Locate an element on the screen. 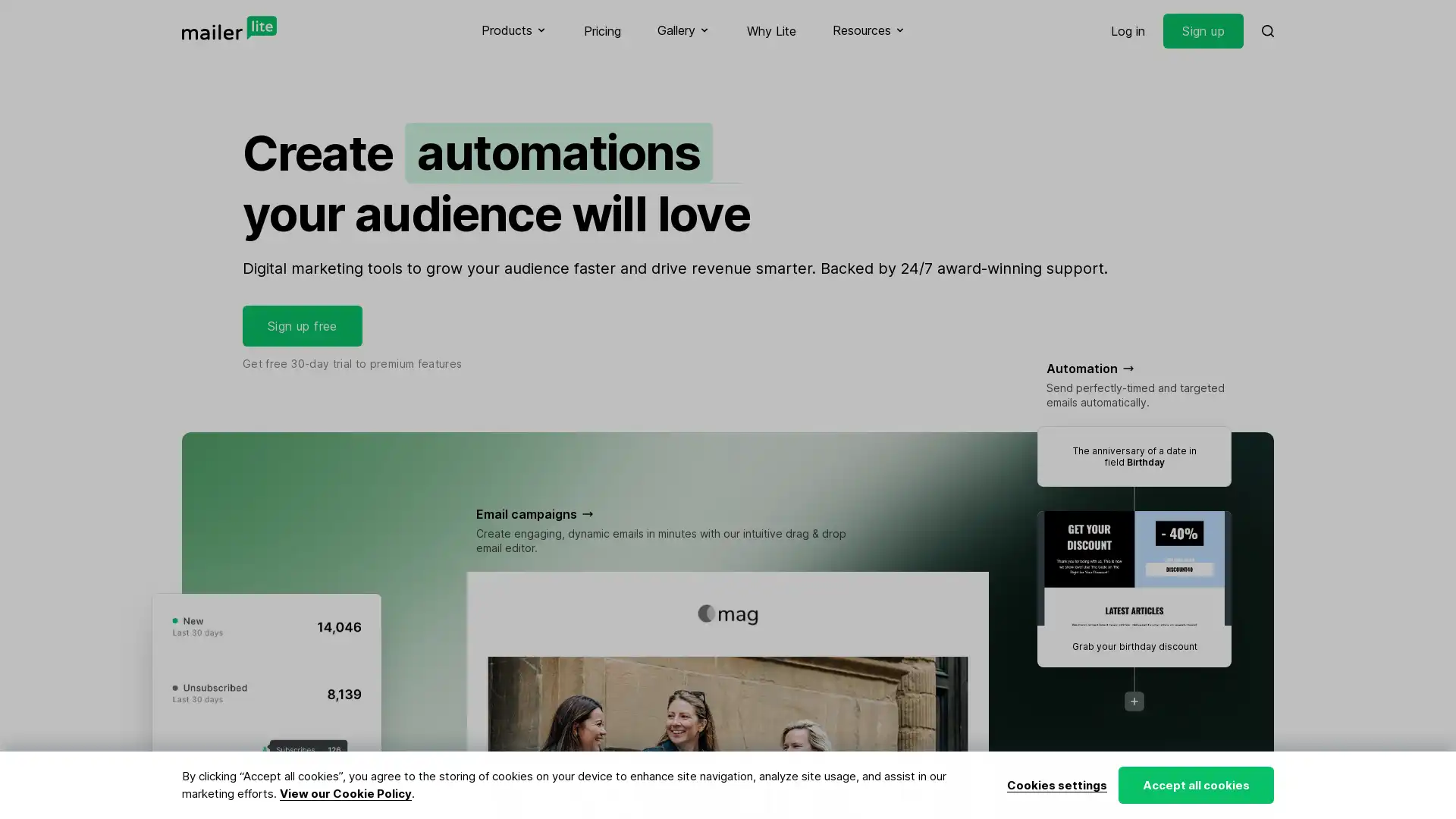 The height and width of the screenshot is (819, 1456). Search MailerLite is located at coordinates (1266, 31).